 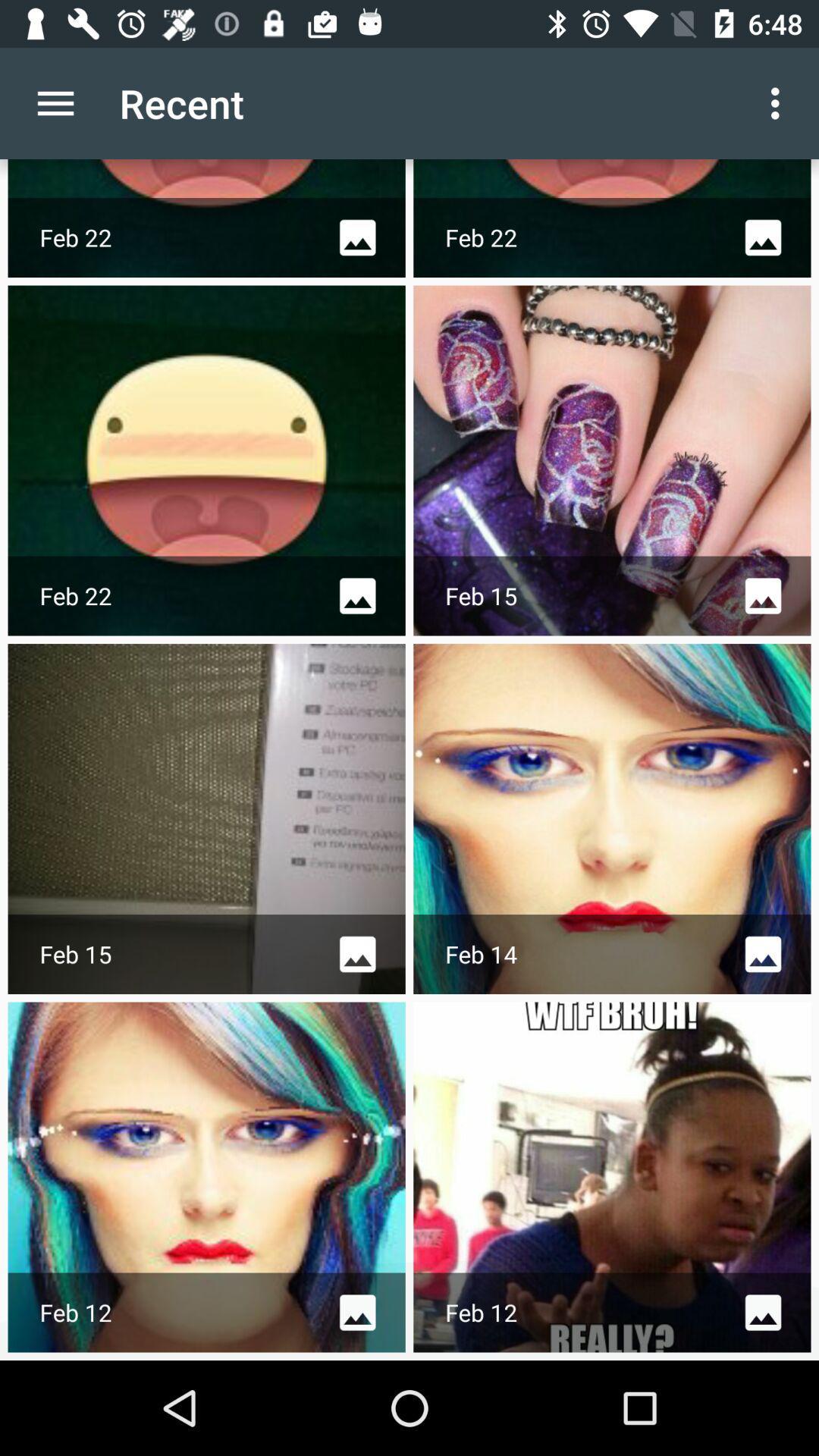 What do you see at coordinates (55, 102) in the screenshot?
I see `icon next to the recent` at bounding box center [55, 102].